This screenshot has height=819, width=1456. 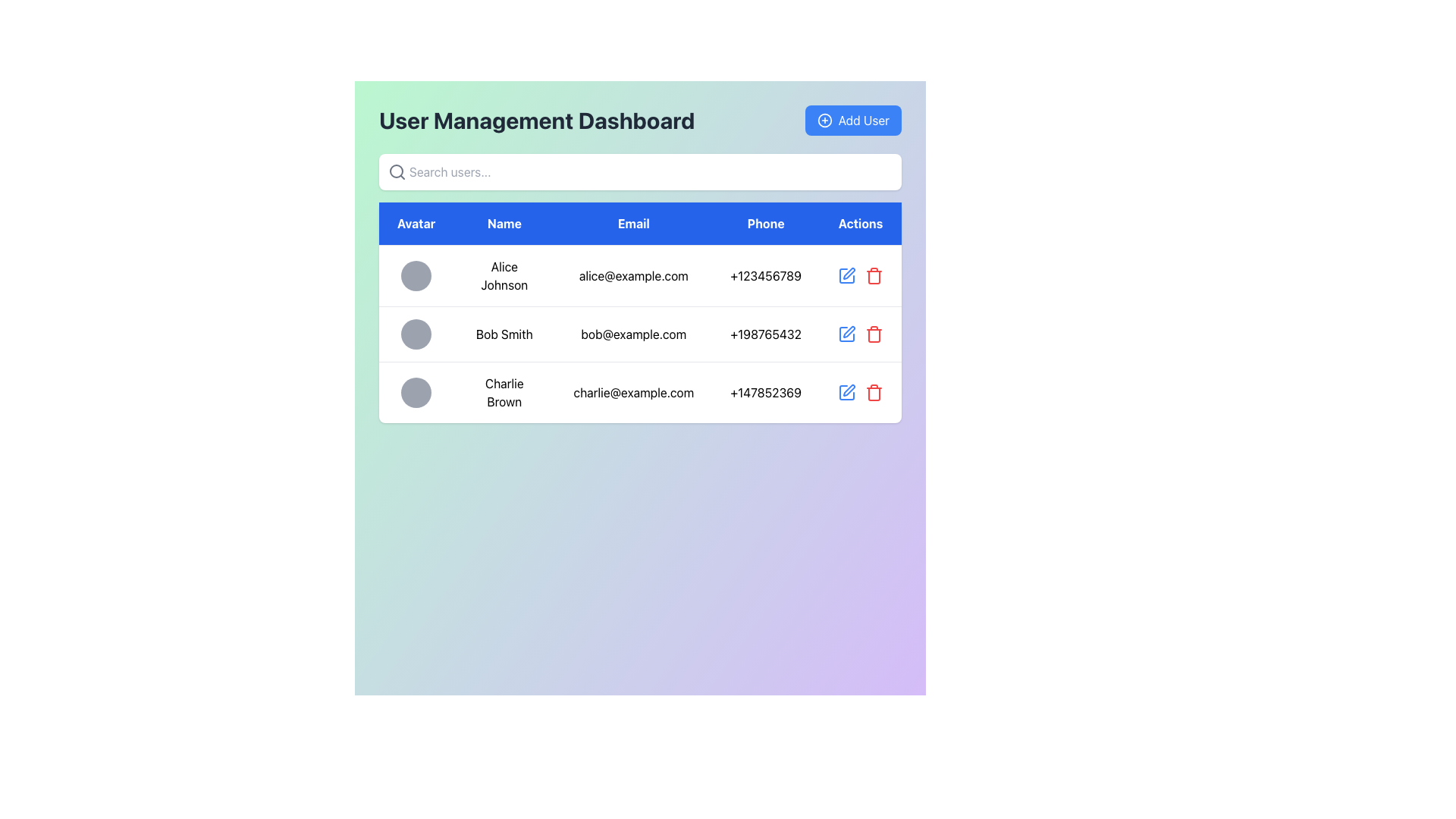 I want to click on the email field of the first row in the user data table displaying user data for 'Alice Johnson' to copy the email address, so click(x=640, y=275).